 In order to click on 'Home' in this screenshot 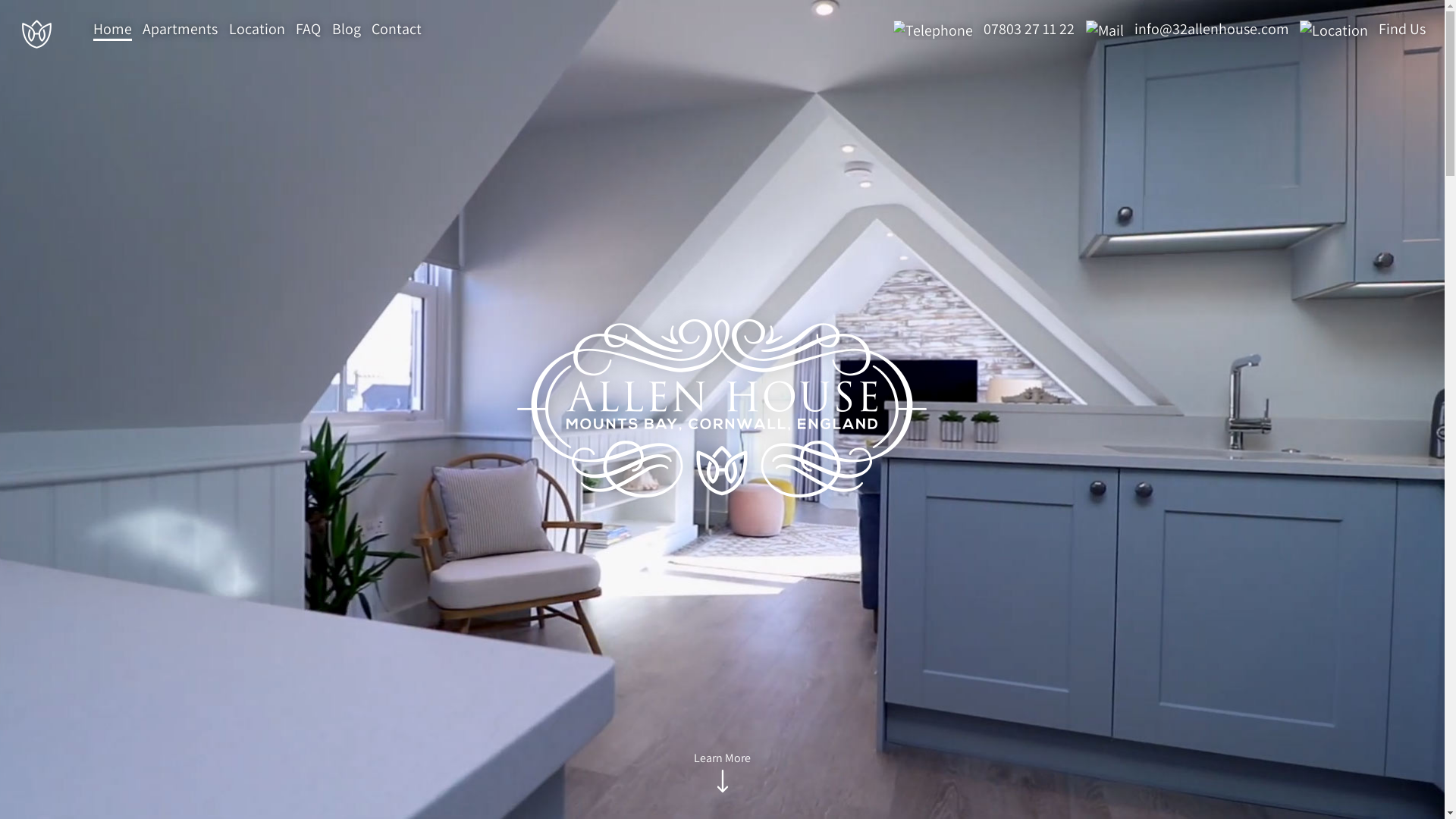, I will do `click(111, 30)`.